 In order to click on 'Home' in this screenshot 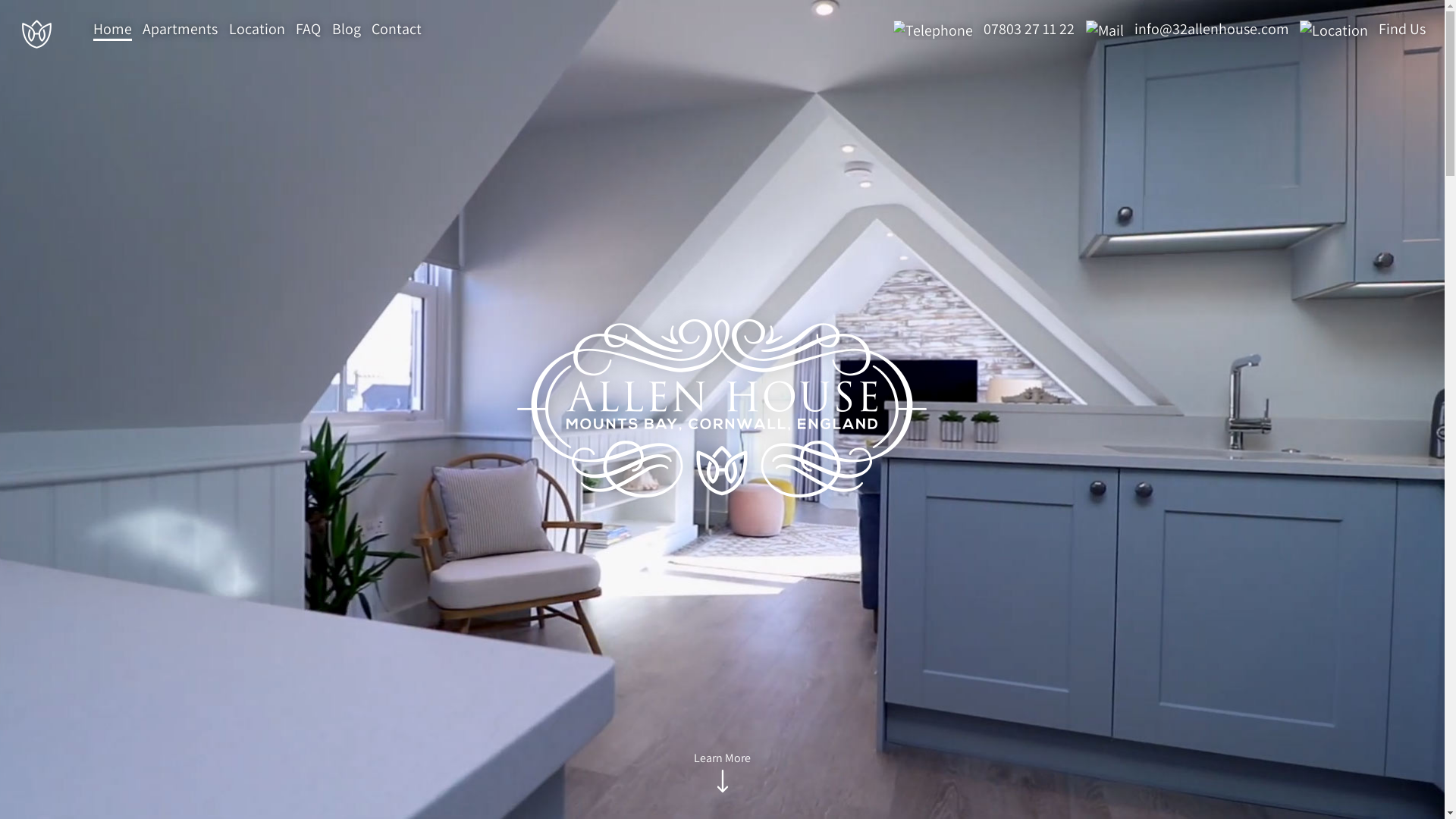, I will do `click(111, 30)`.